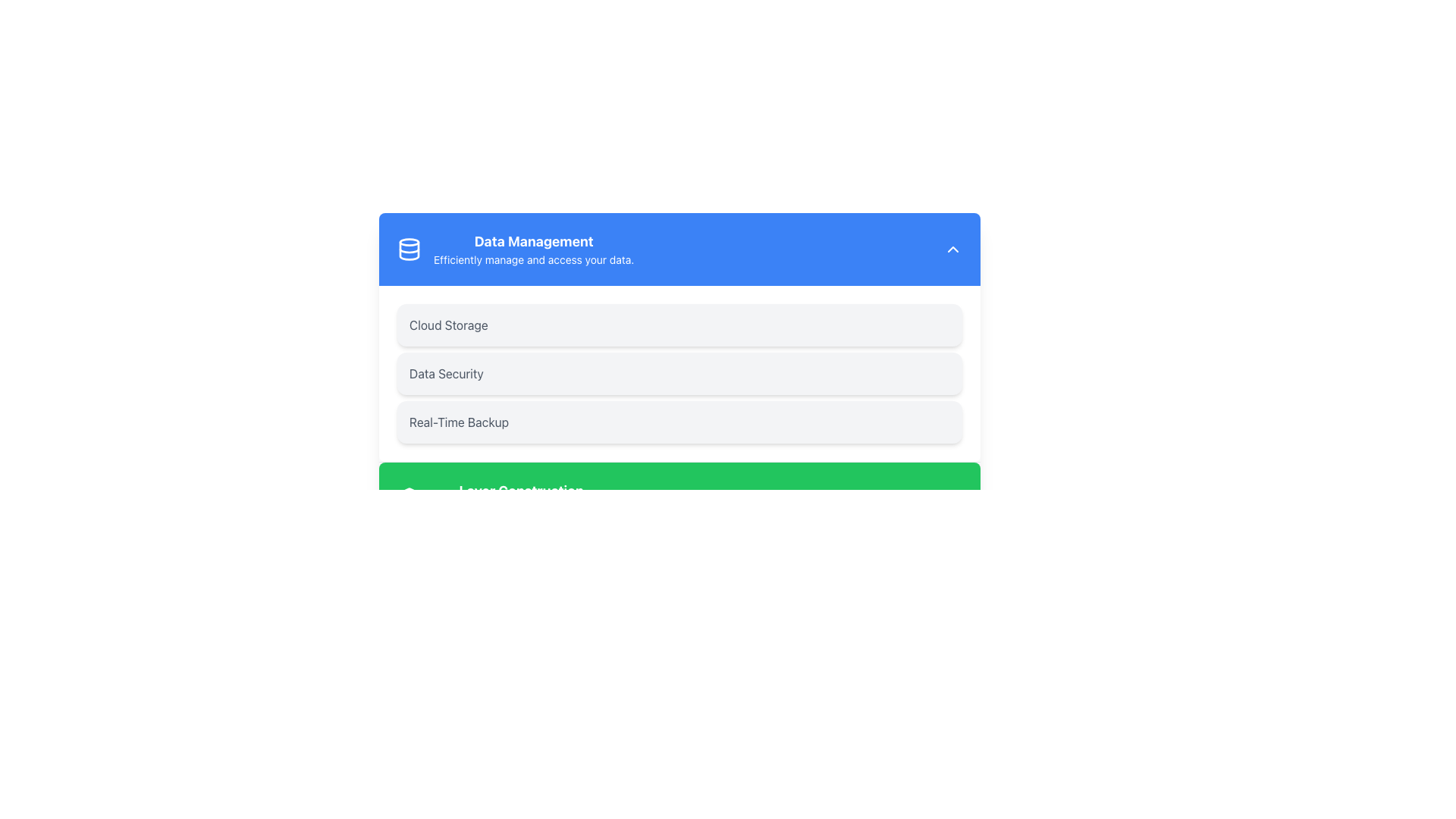  Describe the element at coordinates (679, 374) in the screenshot. I see `the 'Data Security' card located directly beneath the 'Cloud Storage' card and above the 'Real-Time Backup' card in the vertically stacked list` at that location.